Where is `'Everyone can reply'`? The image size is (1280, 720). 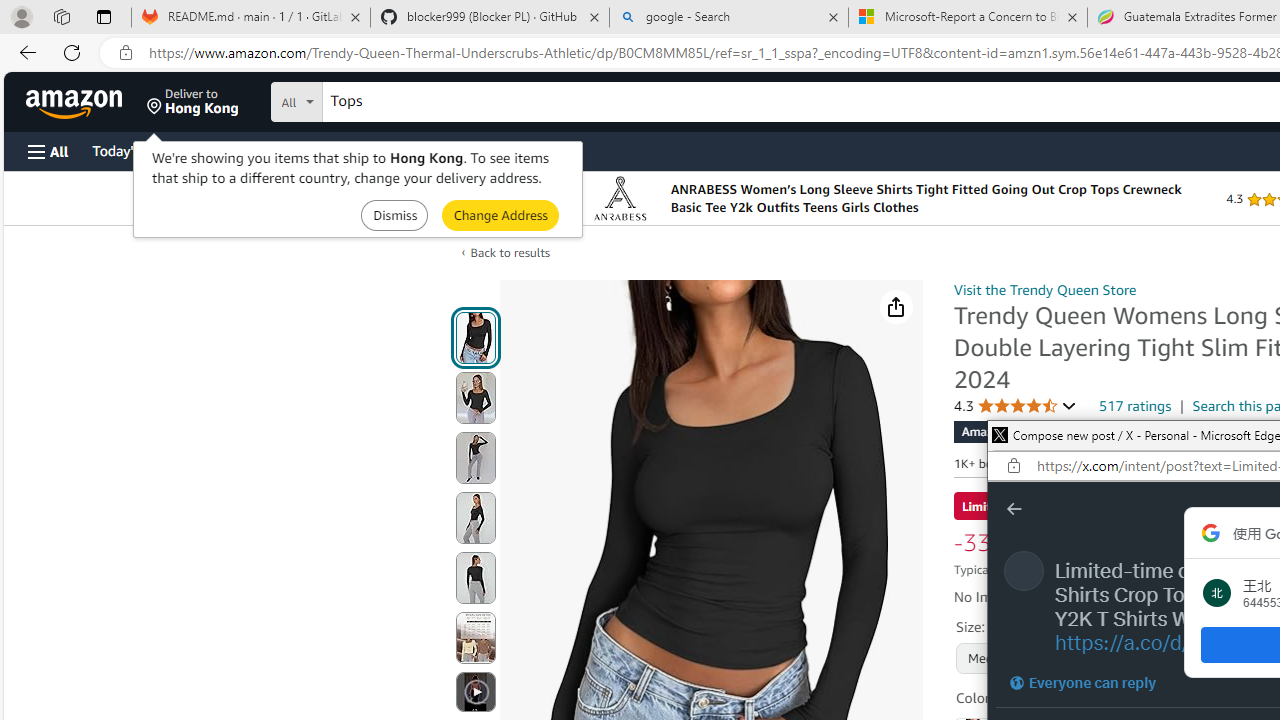 'Everyone can reply' is located at coordinates (1081, 681).